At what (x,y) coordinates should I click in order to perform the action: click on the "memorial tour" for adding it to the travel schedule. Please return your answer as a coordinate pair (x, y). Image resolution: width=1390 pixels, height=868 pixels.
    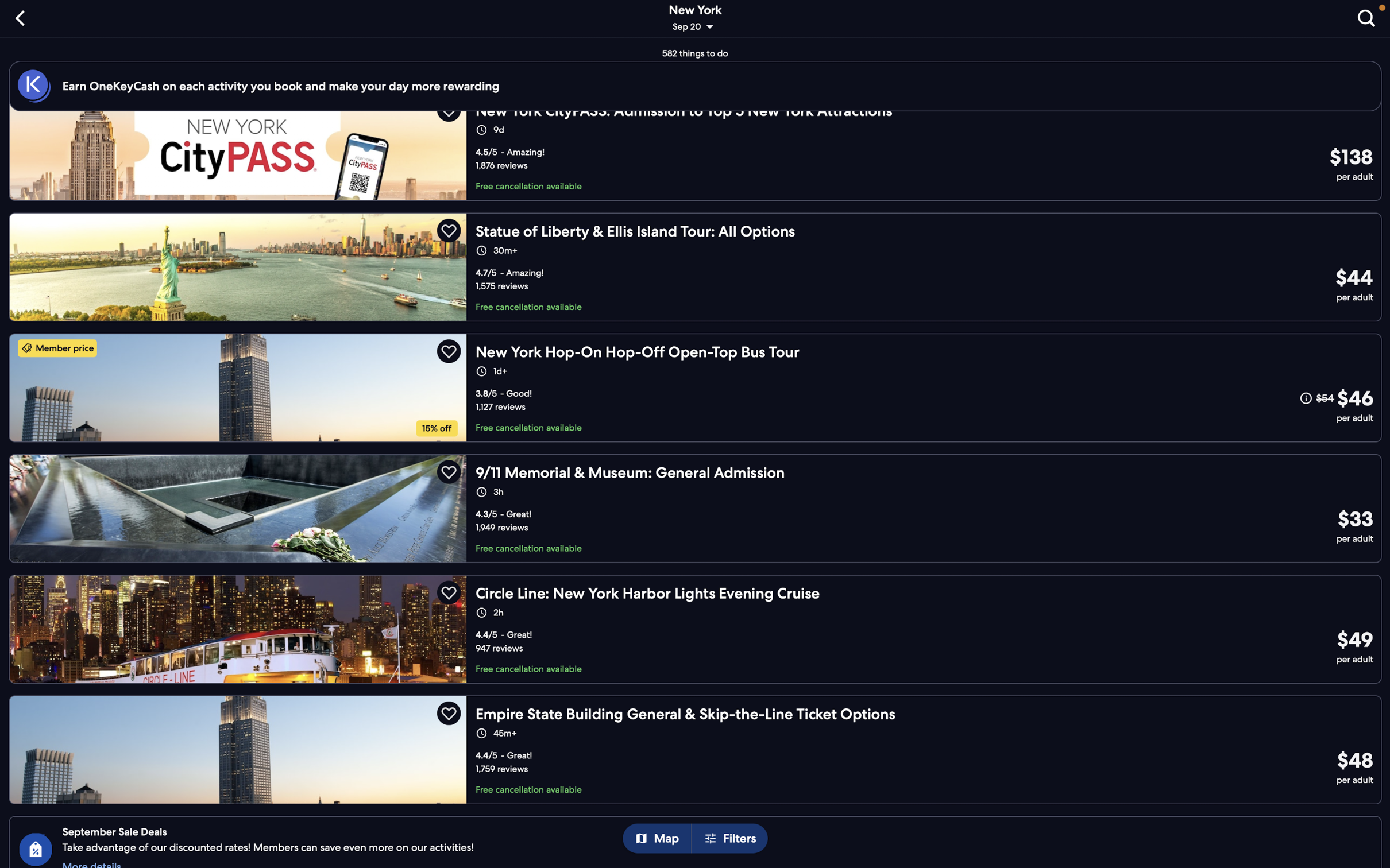
    Looking at the image, I should click on (695, 507).